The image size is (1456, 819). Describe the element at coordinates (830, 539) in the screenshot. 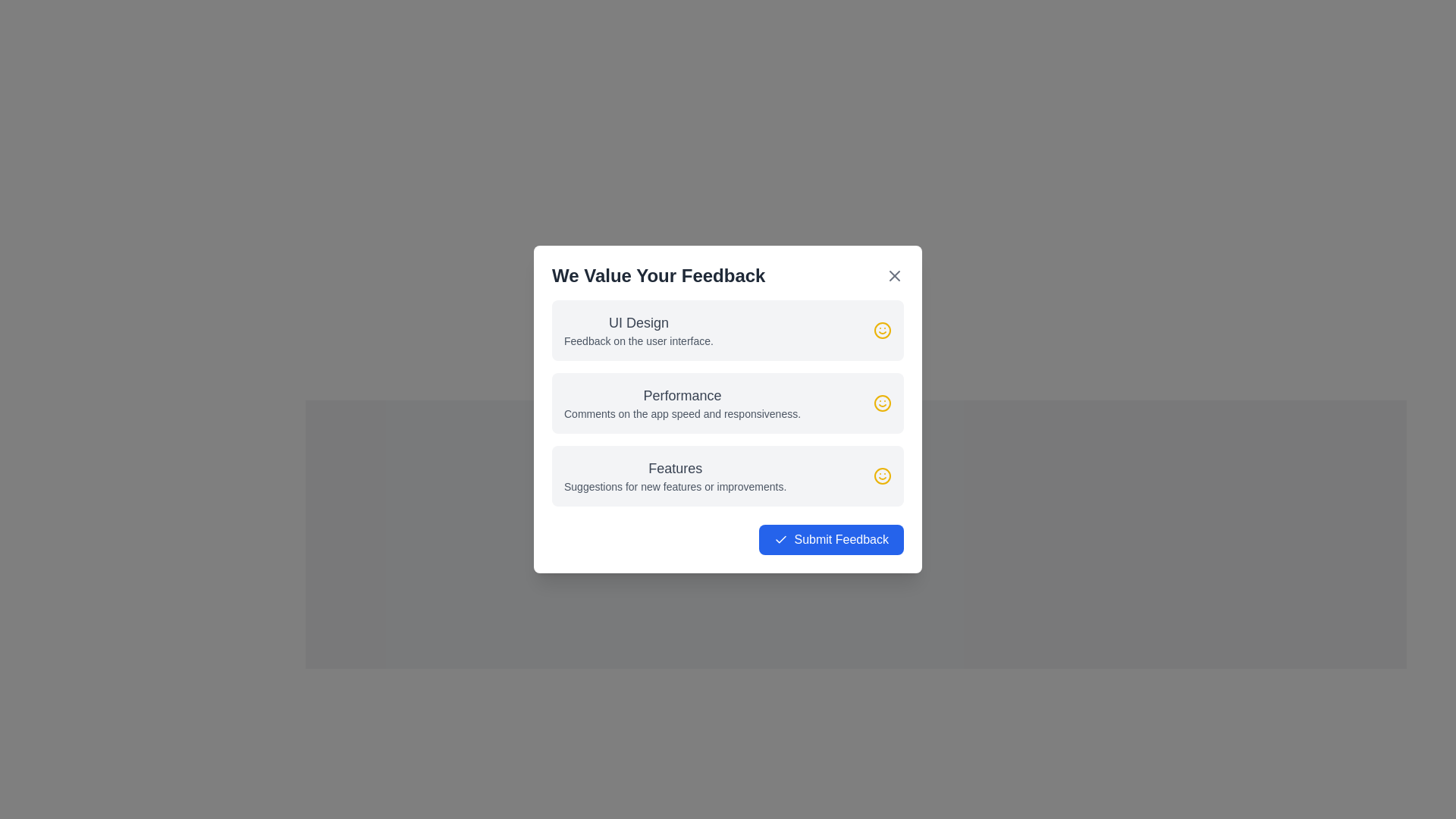

I see `the 'Submit Feedback' button with a blue background and white text, located at the bottom center of the modal dialog` at that location.